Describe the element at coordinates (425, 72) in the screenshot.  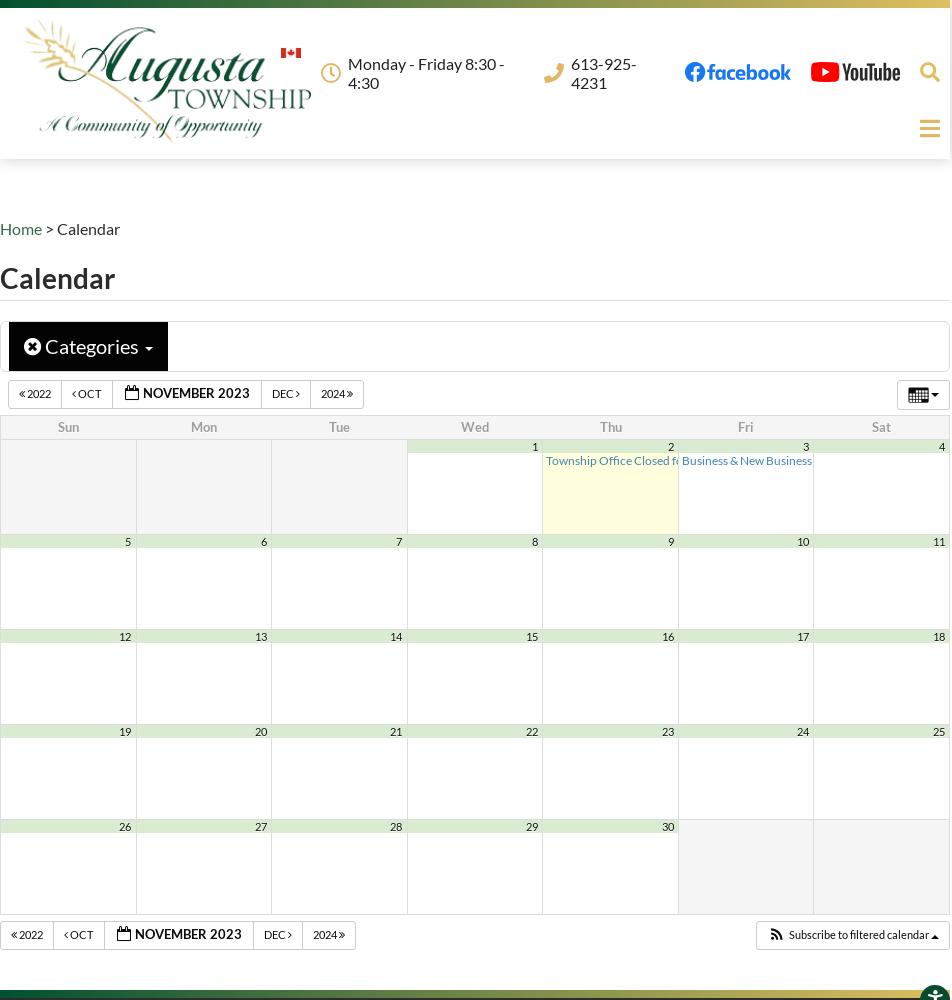
I see `'Monday - Friday

8:30 - 4:30'` at that location.